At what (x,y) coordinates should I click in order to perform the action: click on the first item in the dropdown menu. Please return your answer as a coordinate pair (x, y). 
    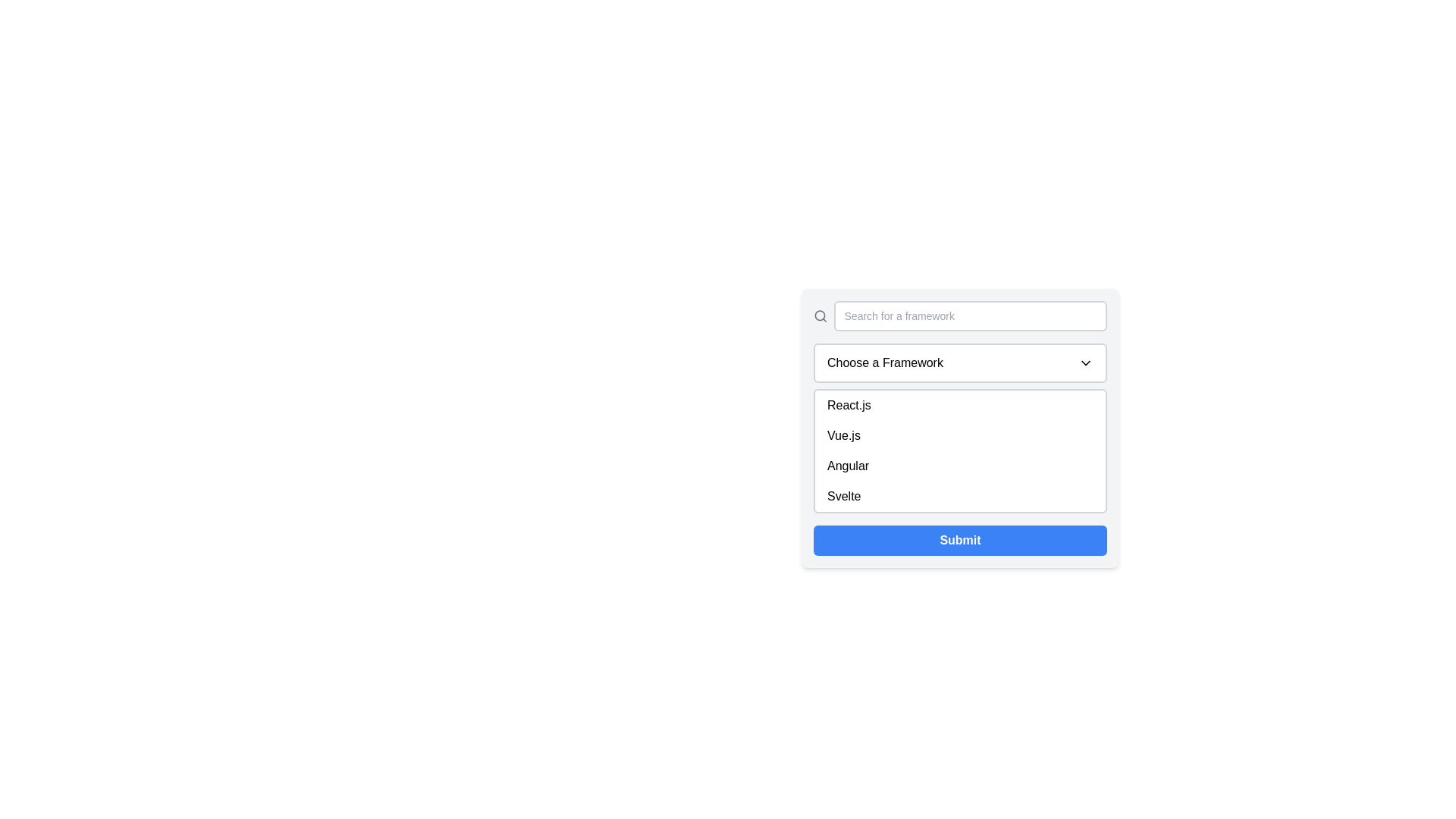
    Looking at the image, I should click on (959, 405).